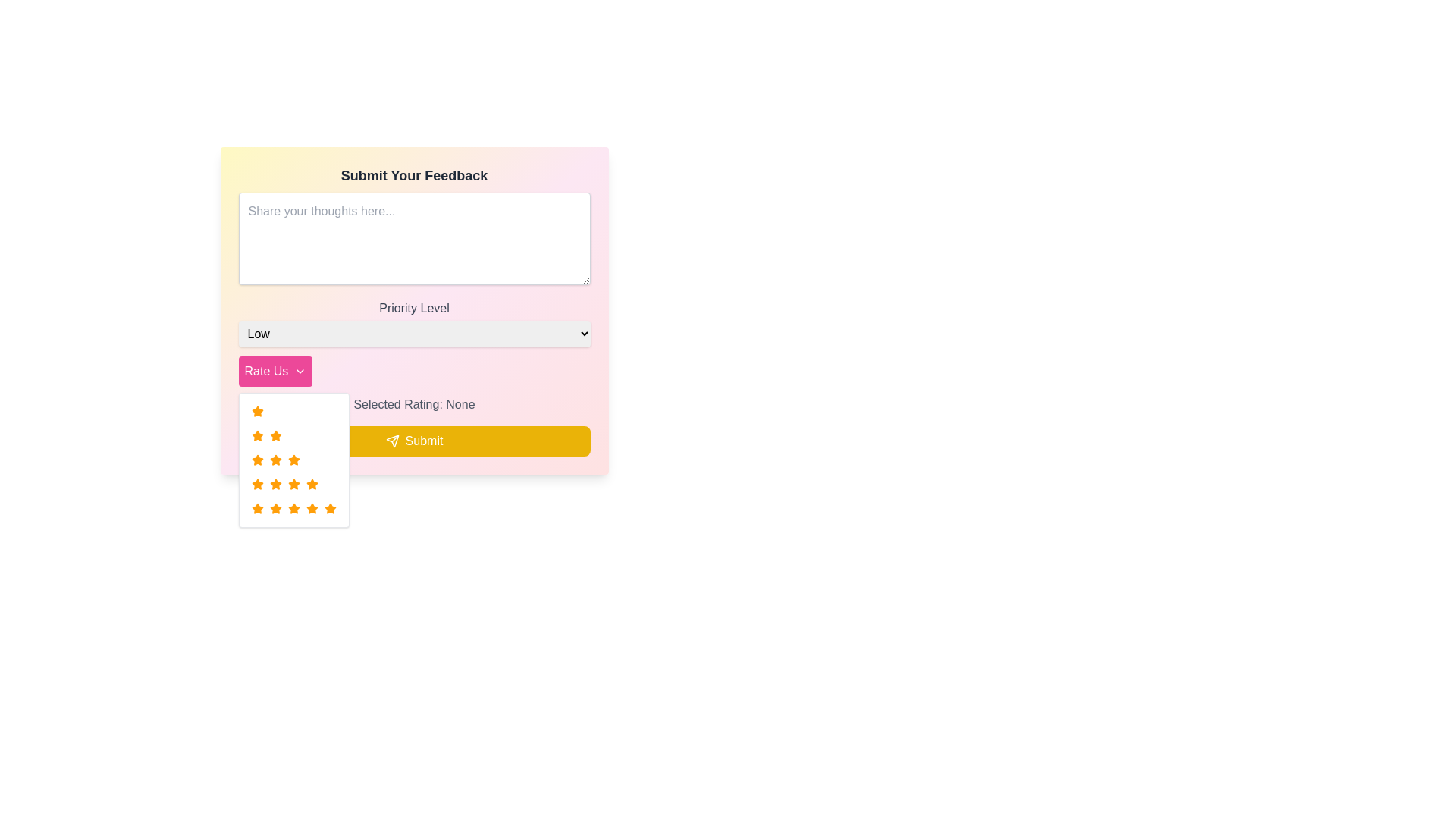 The image size is (1456, 819). I want to click on the sixth star icon in the second row of the star rating dropdown under the 'Rate Us' button, so click(311, 509).